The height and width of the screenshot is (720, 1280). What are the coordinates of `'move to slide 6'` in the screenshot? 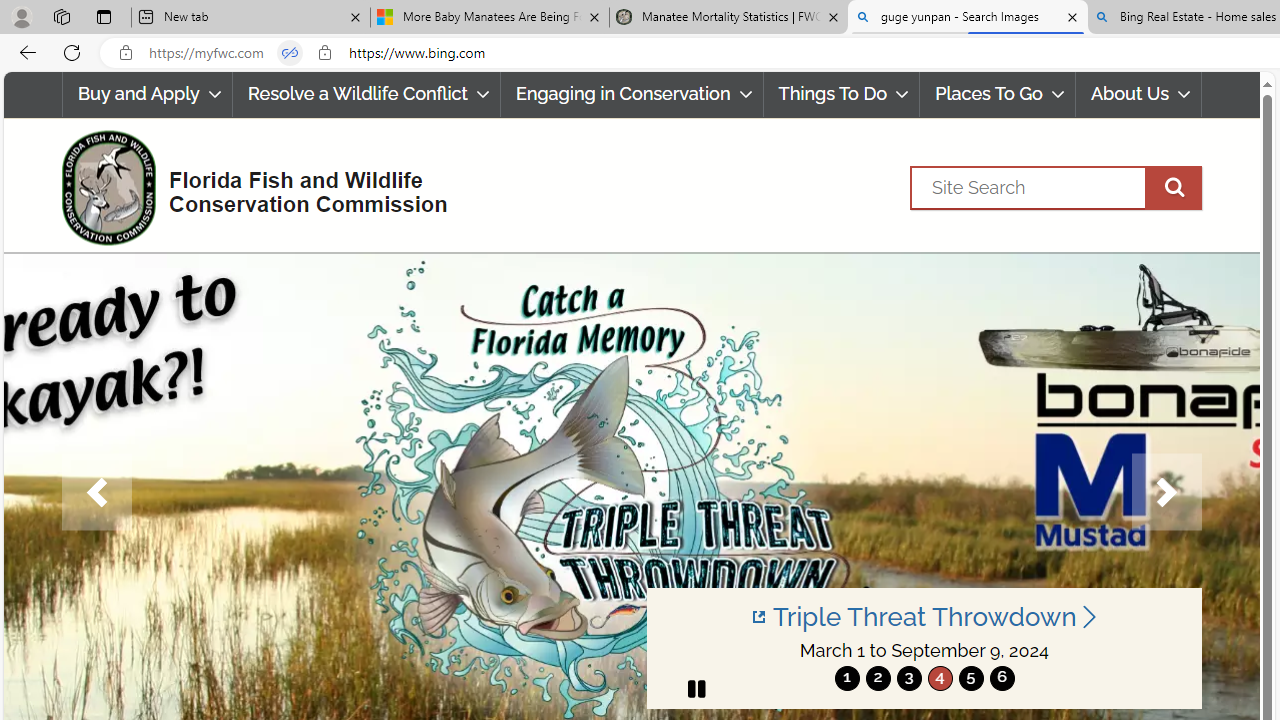 It's located at (1002, 677).